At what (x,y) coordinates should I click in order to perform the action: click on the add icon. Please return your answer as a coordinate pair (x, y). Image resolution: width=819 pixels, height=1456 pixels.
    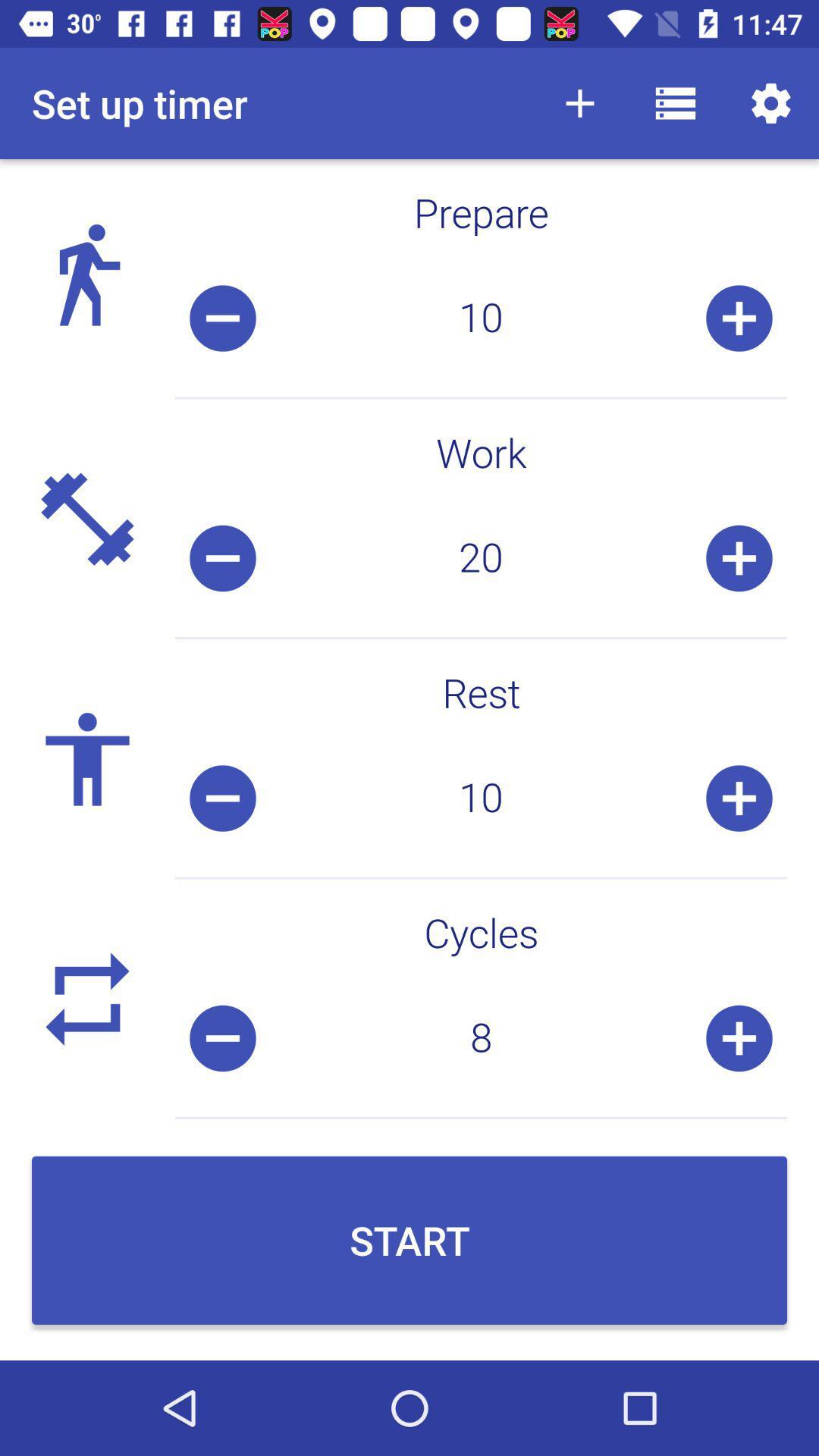
    Looking at the image, I should click on (739, 797).